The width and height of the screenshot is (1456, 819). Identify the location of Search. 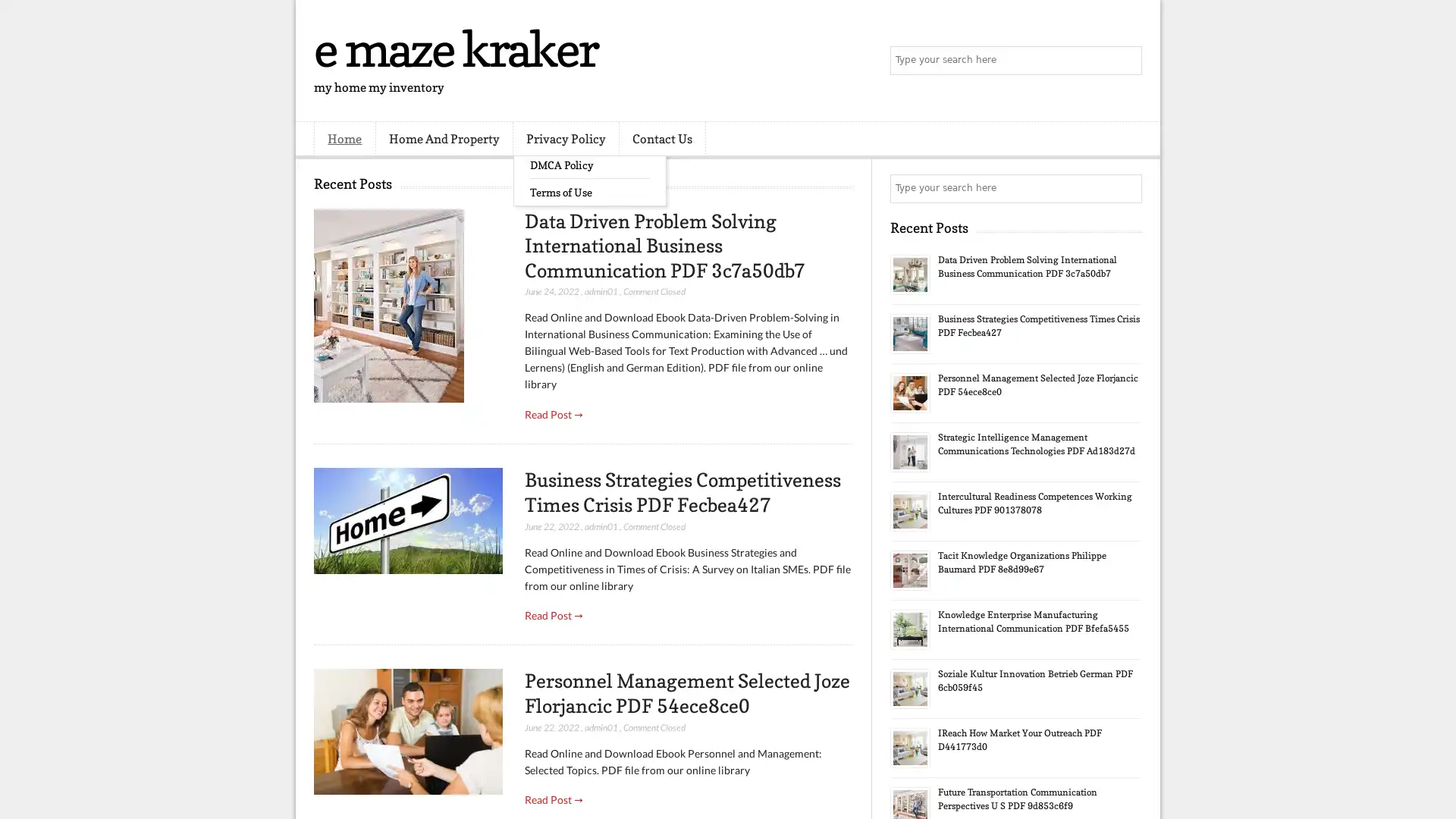
(1126, 188).